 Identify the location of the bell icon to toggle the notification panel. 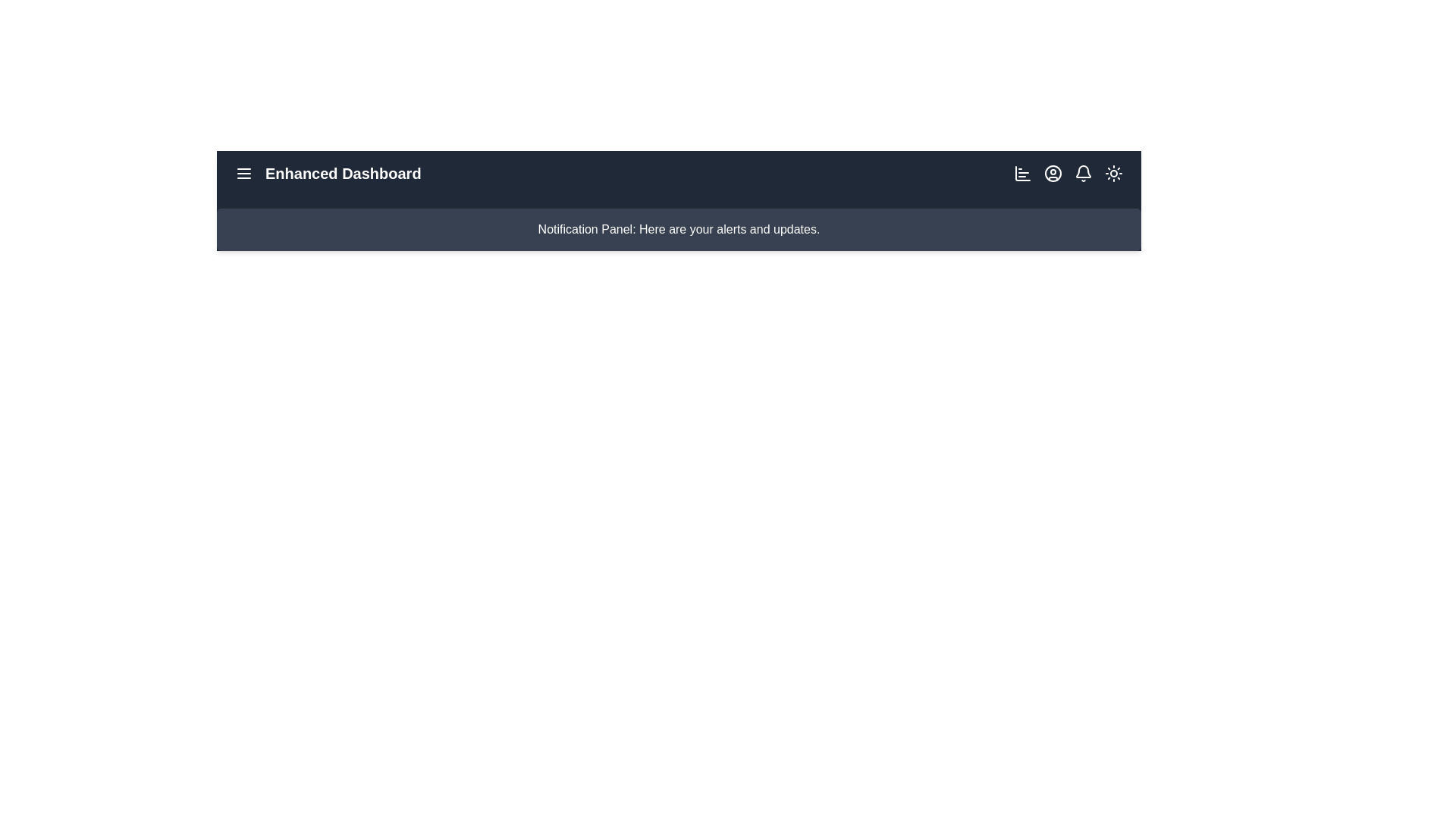
(1083, 172).